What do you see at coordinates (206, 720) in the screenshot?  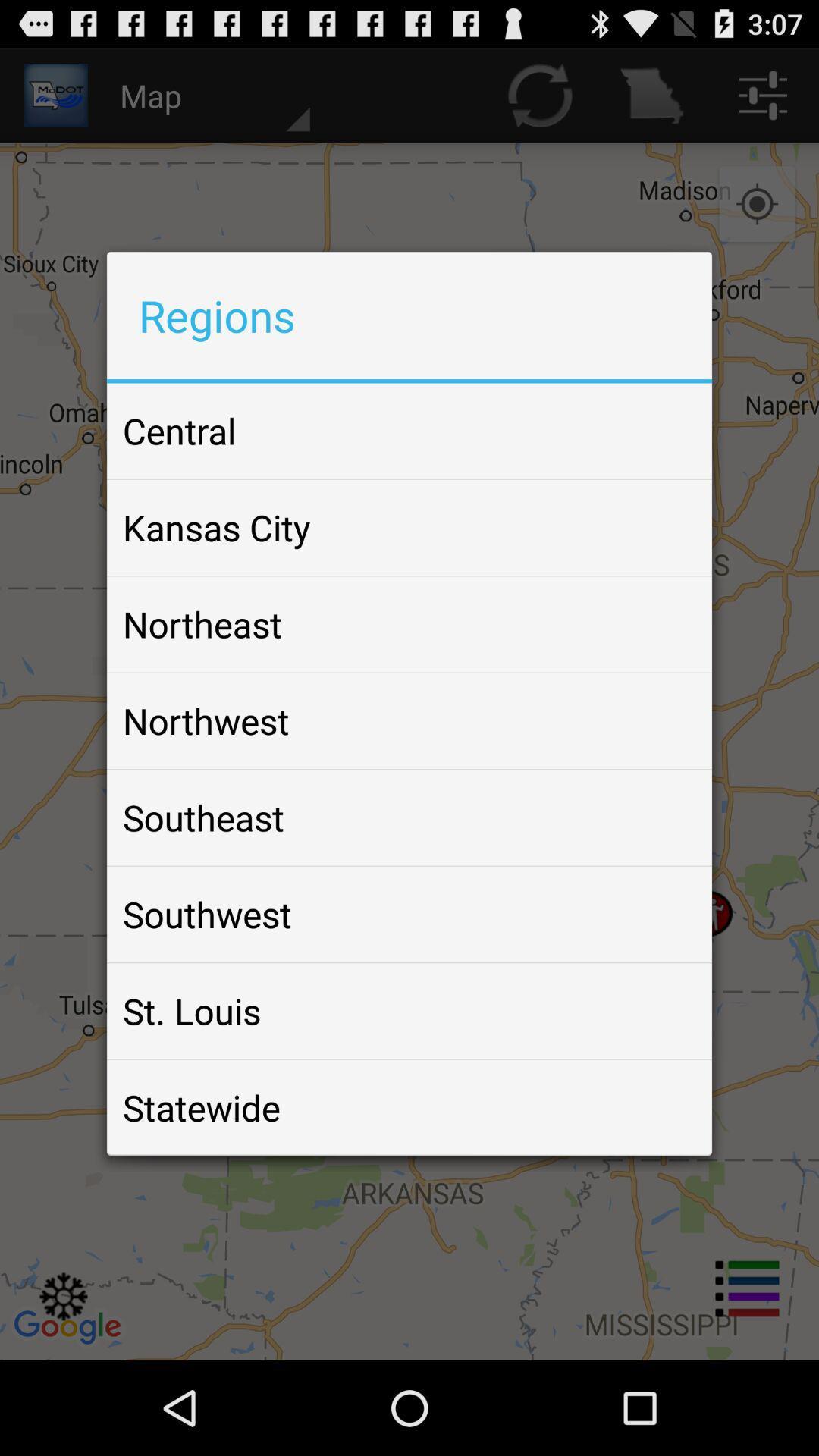 I see `the icon below the northeast icon` at bounding box center [206, 720].